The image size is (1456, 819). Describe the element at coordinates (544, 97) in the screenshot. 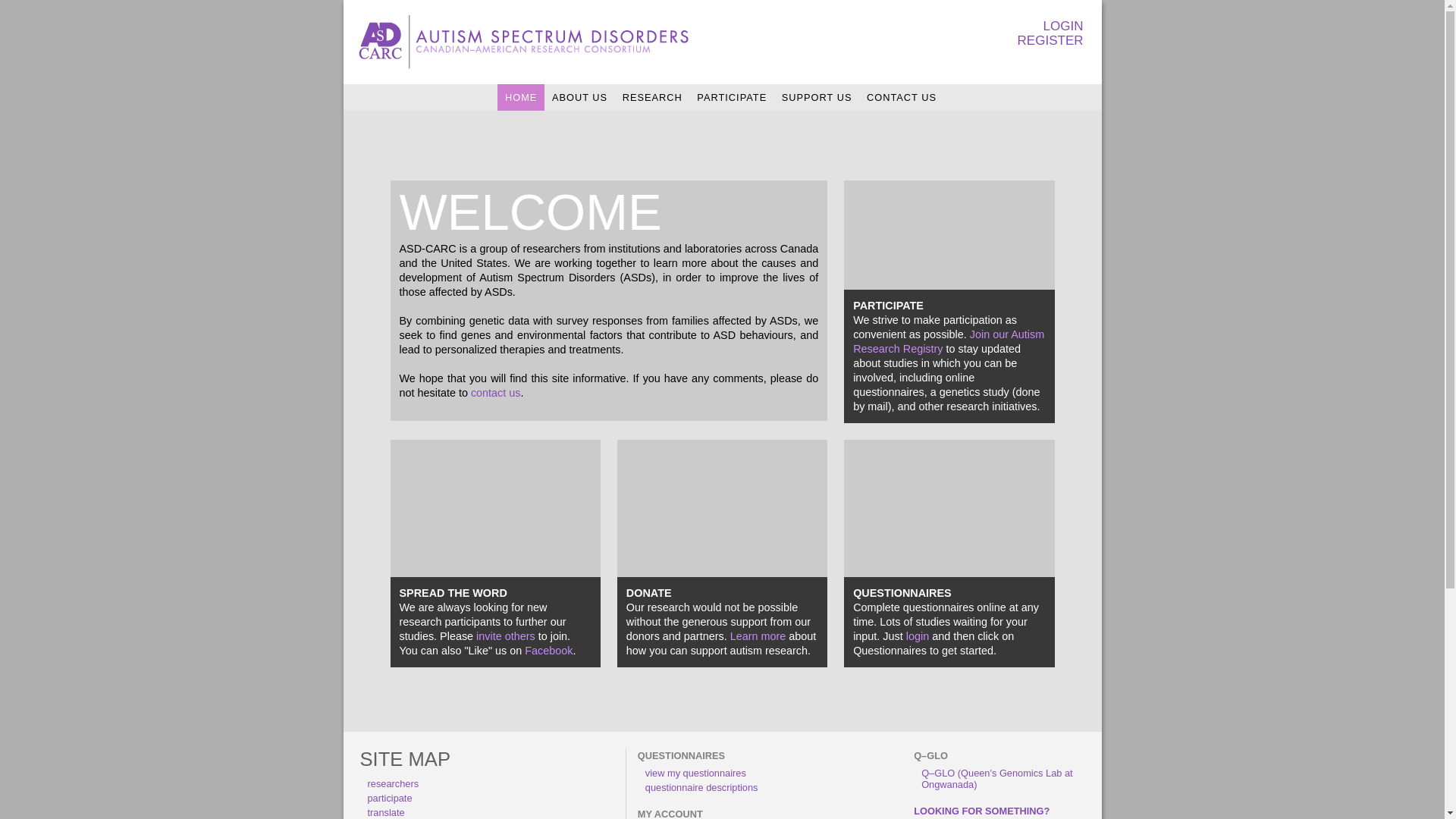

I see `'ABOUT US'` at that location.